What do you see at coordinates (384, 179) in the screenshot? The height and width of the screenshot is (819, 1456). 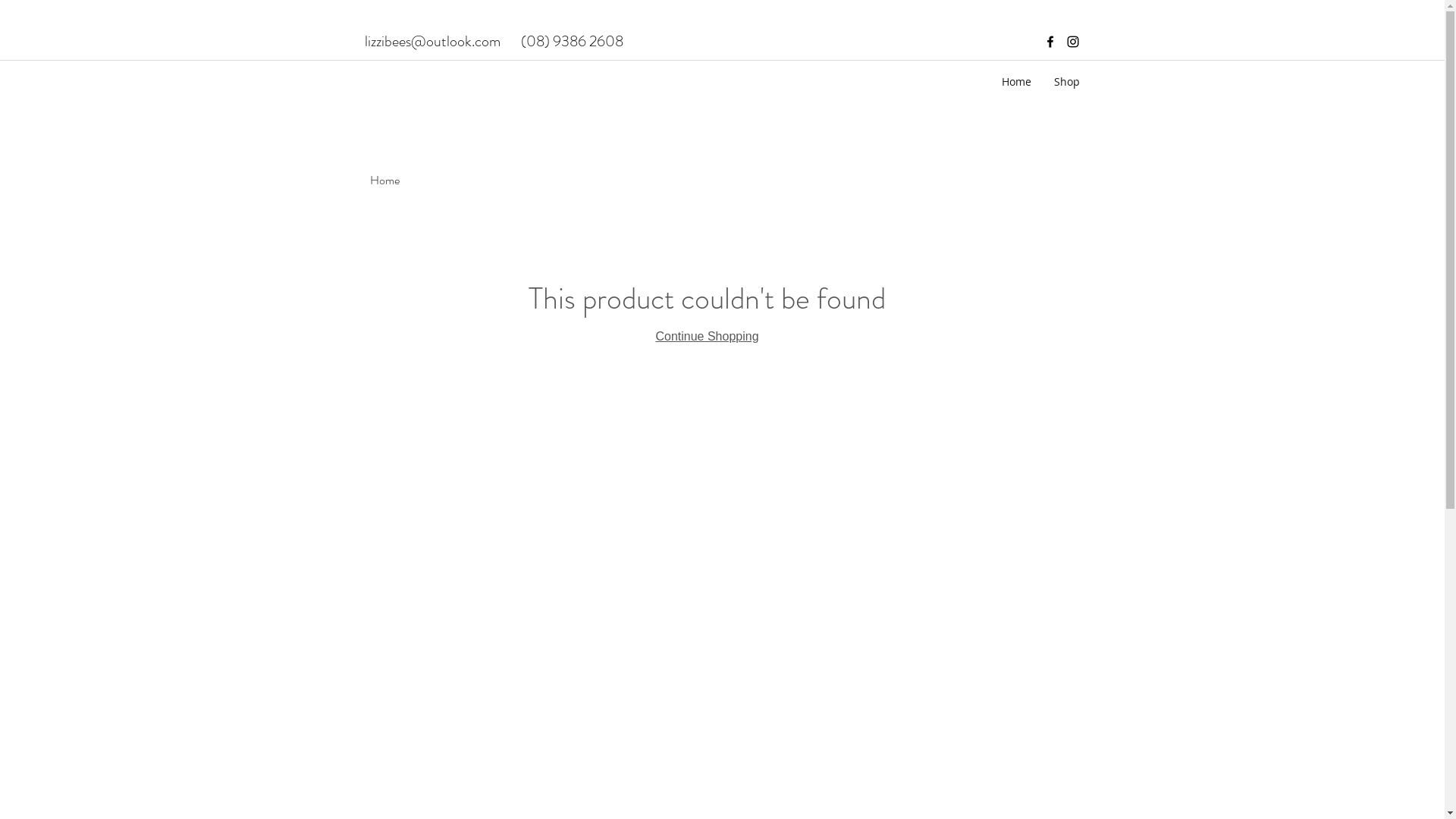 I see `'Home'` at bounding box center [384, 179].